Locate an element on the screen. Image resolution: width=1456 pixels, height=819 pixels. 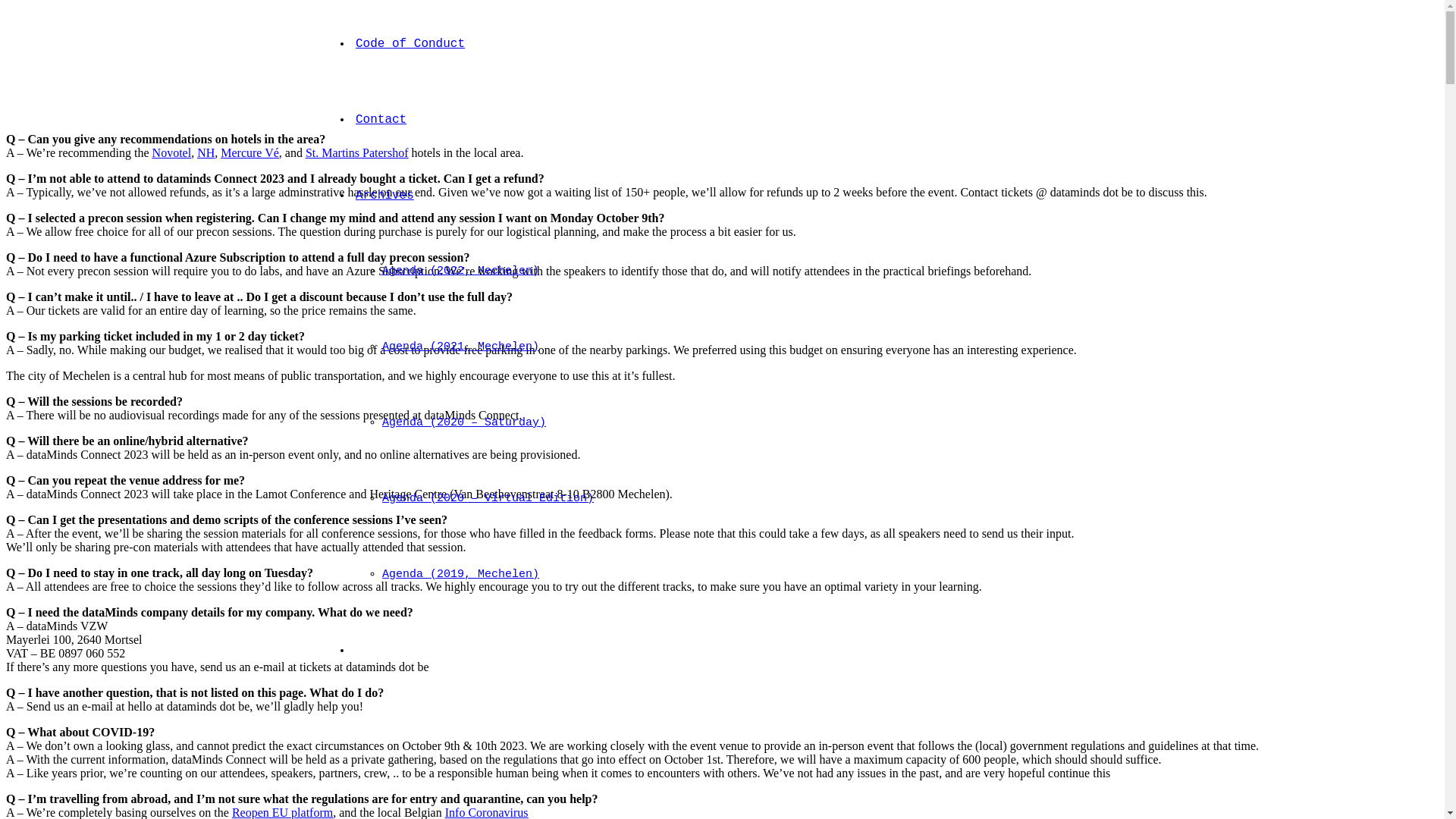
'St. Martins Patershof' is located at coordinates (356, 152).